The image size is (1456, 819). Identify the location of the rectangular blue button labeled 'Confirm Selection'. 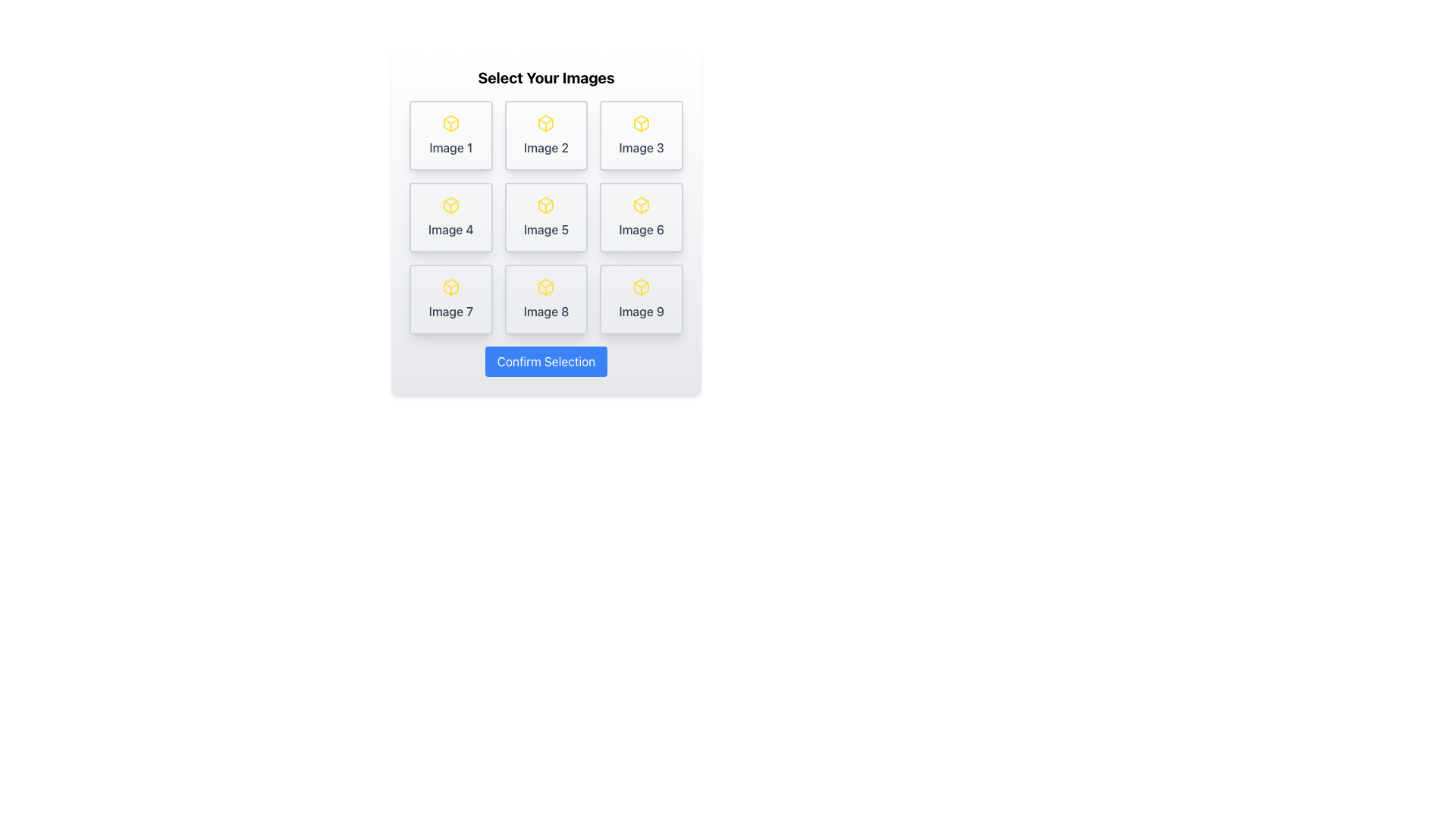
(546, 362).